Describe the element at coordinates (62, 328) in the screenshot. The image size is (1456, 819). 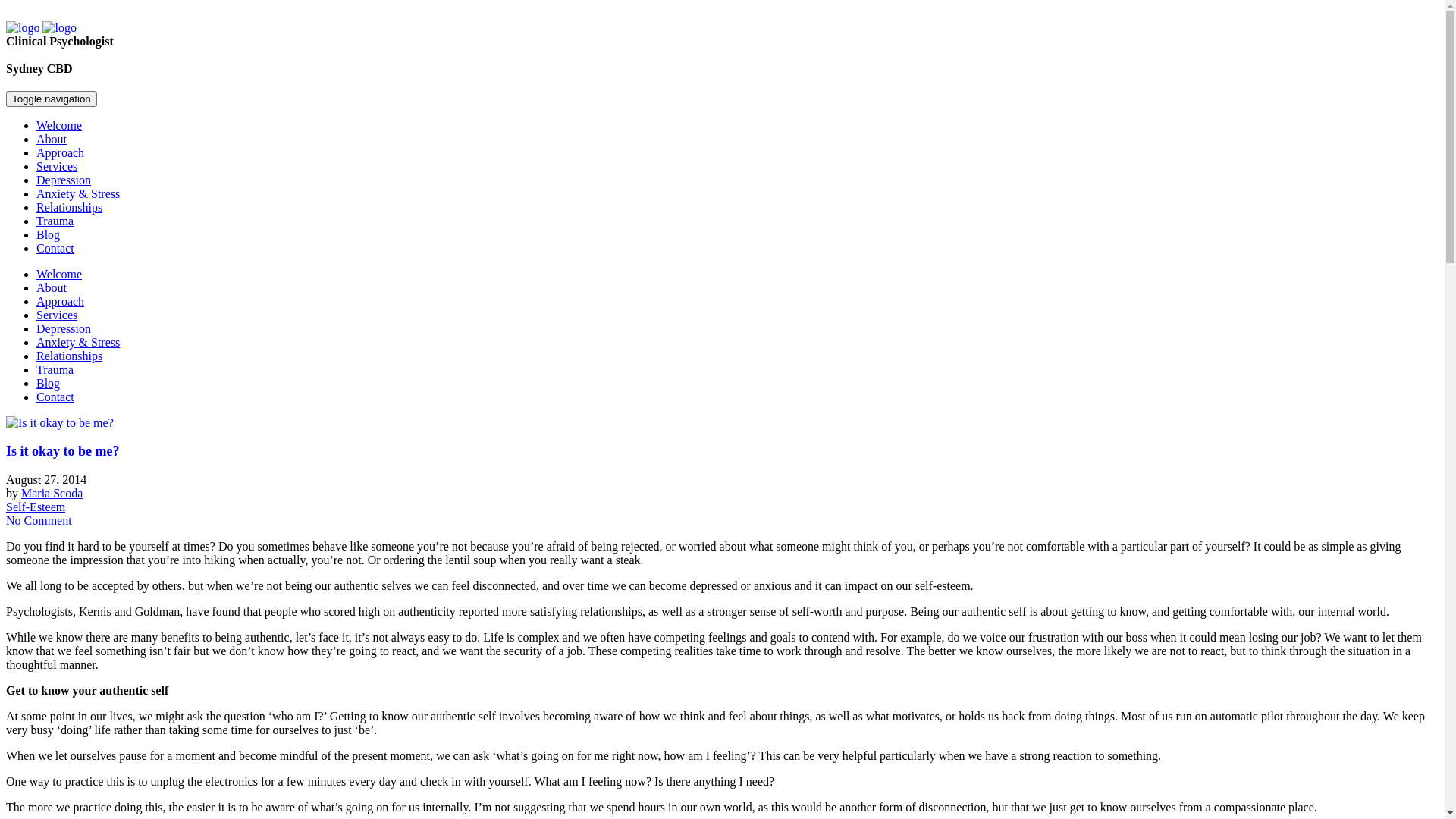
I see `'Depression'` at that location.